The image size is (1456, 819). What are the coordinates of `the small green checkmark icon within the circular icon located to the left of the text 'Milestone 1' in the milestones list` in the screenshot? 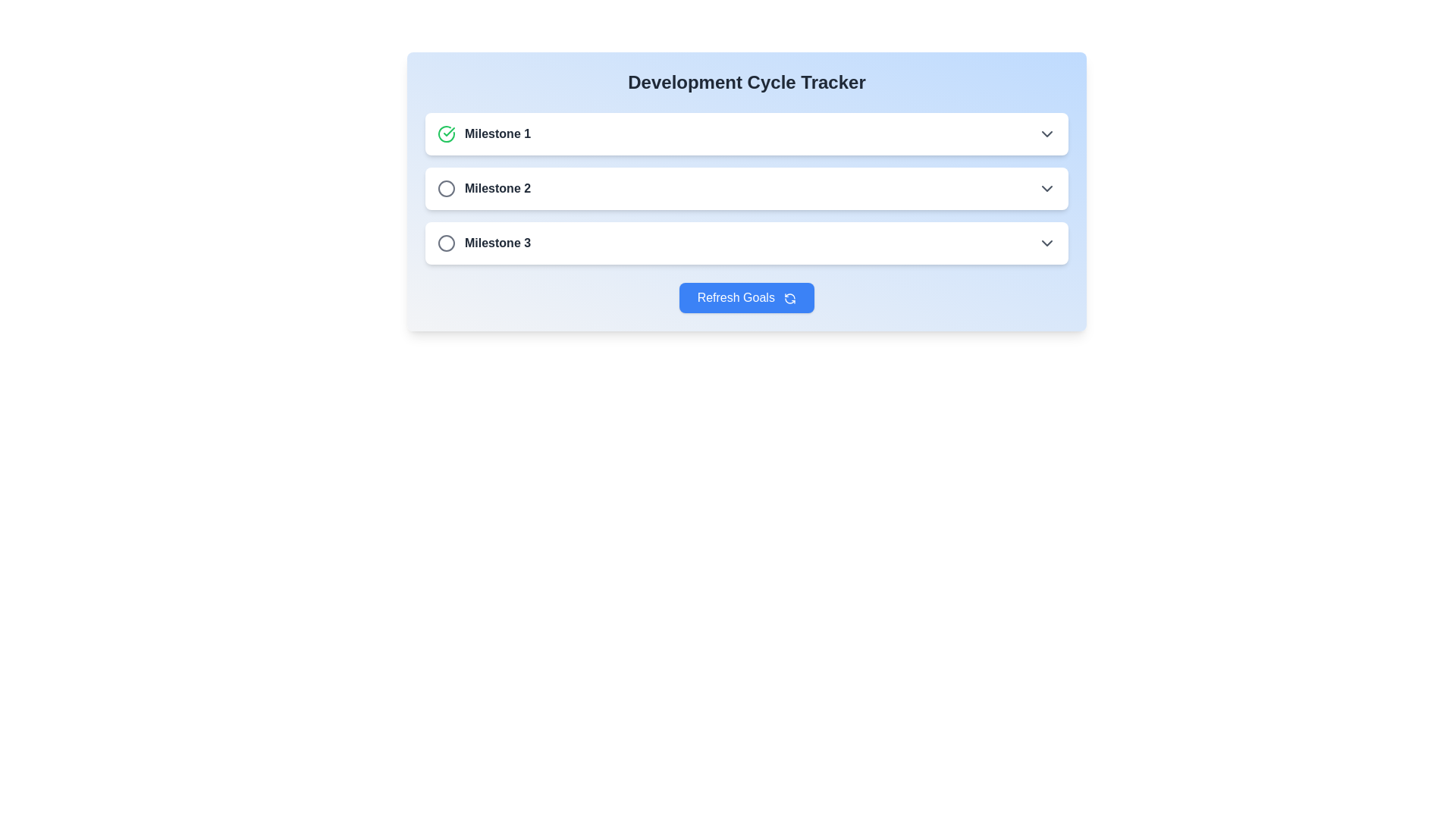 It's located at (448, 130).